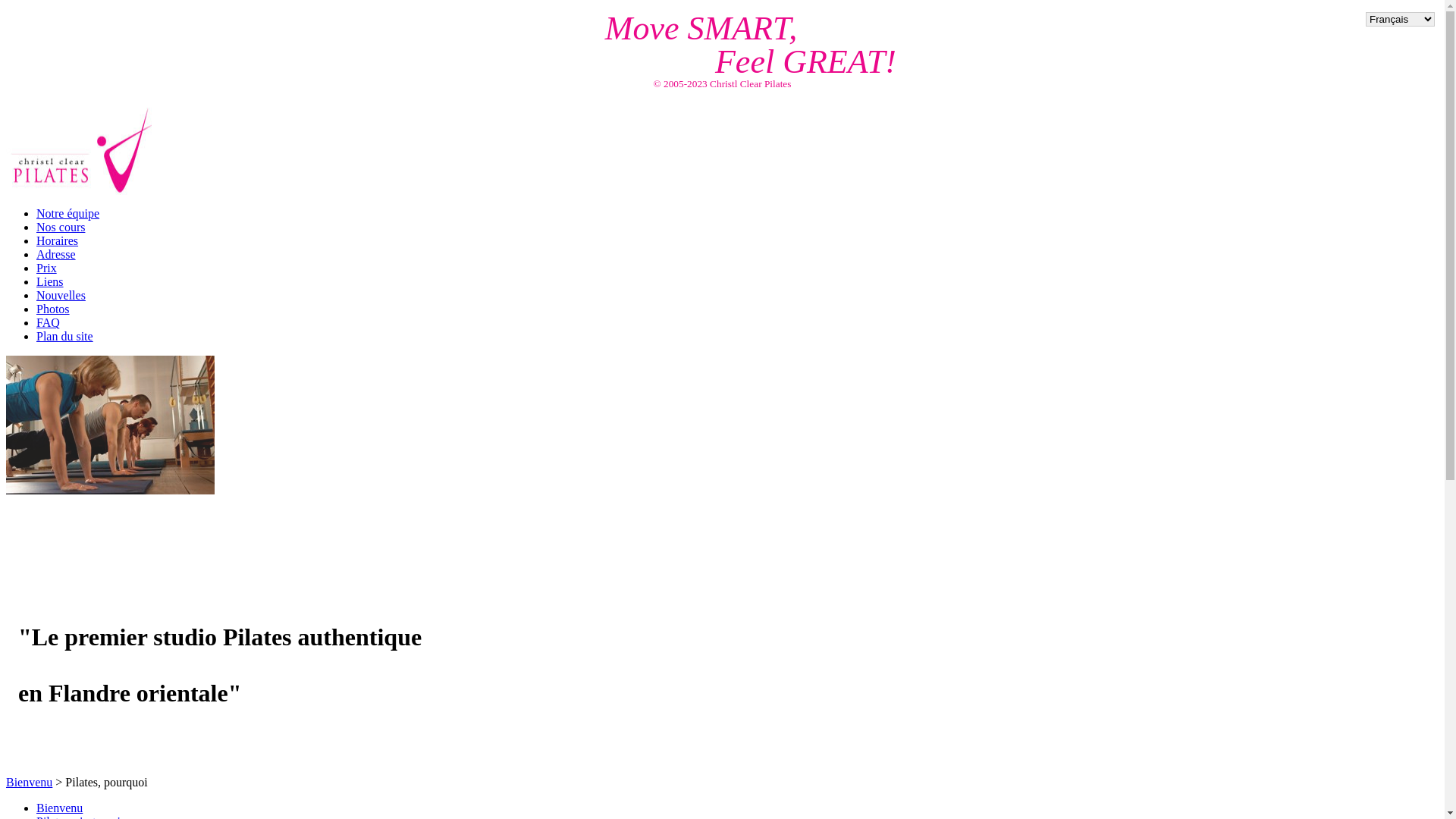 This screenshot has width=1456, height=819. What do you see at coordinates (50, 281) in the screenshot?
I see `'Liens'` at bounding box center [50, 281].